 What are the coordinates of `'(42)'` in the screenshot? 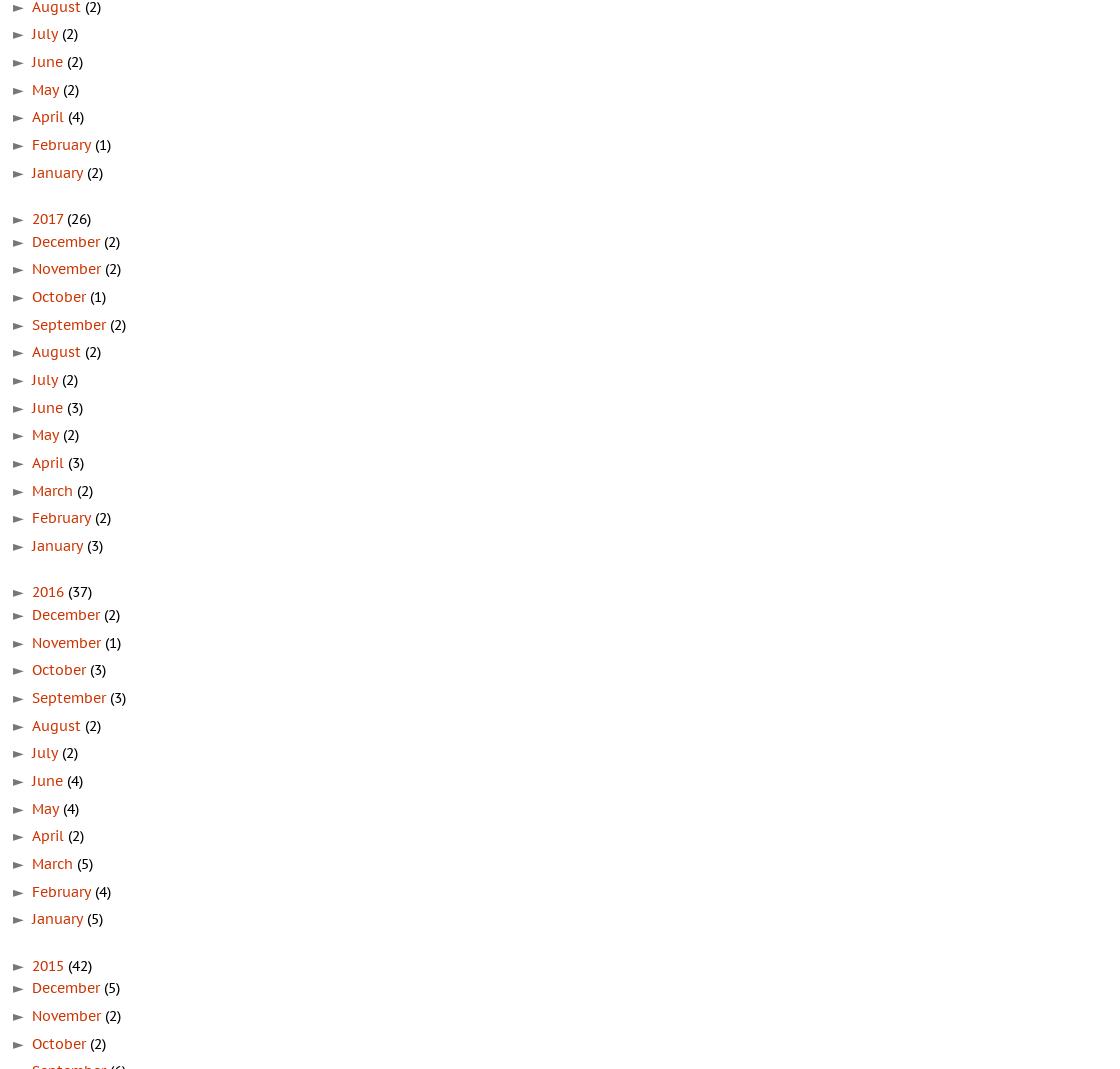 It's located at (79, 964).